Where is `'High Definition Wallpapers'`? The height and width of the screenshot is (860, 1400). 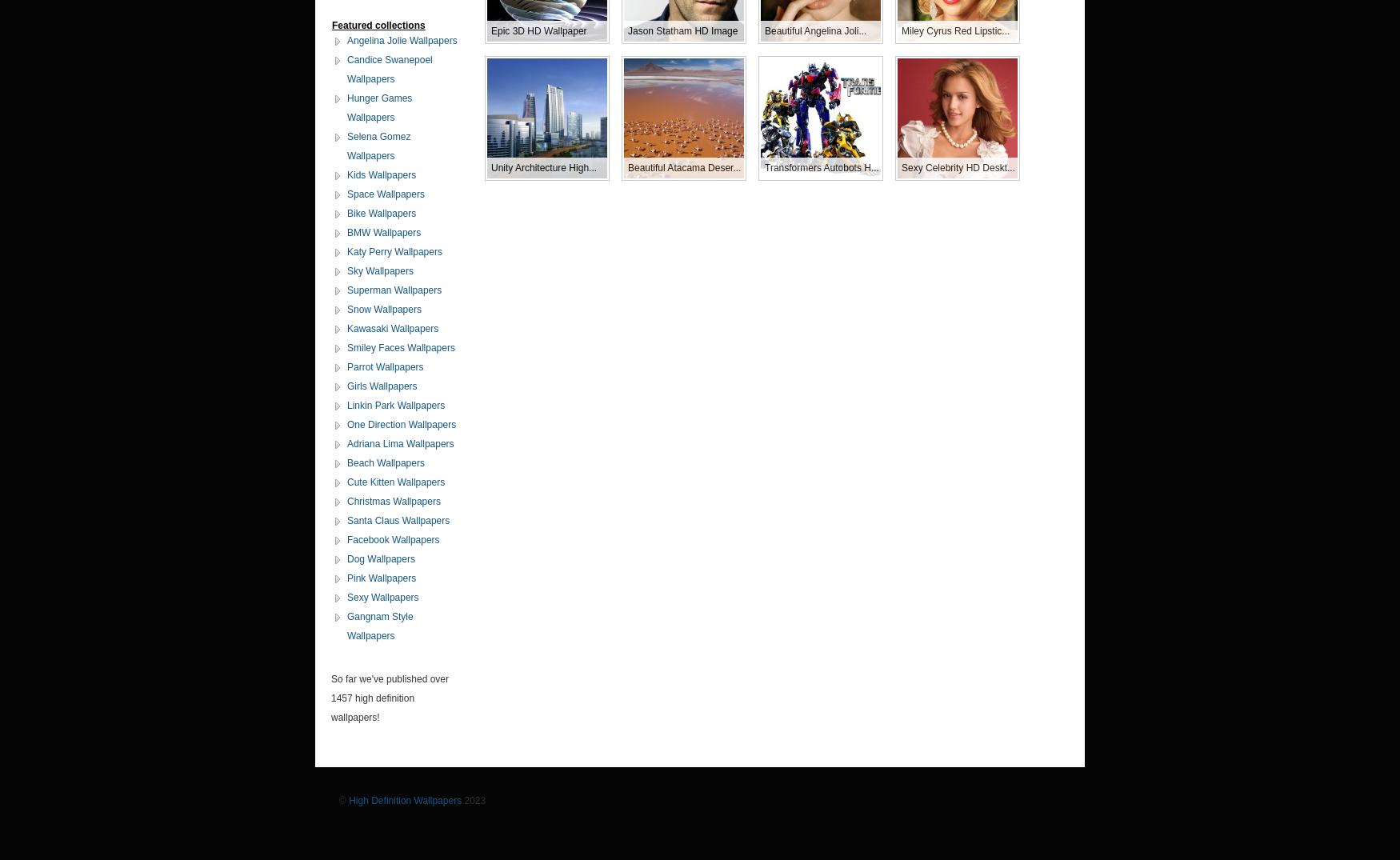 'High Definition Wallpapers' is located at coordinates (404, 800).